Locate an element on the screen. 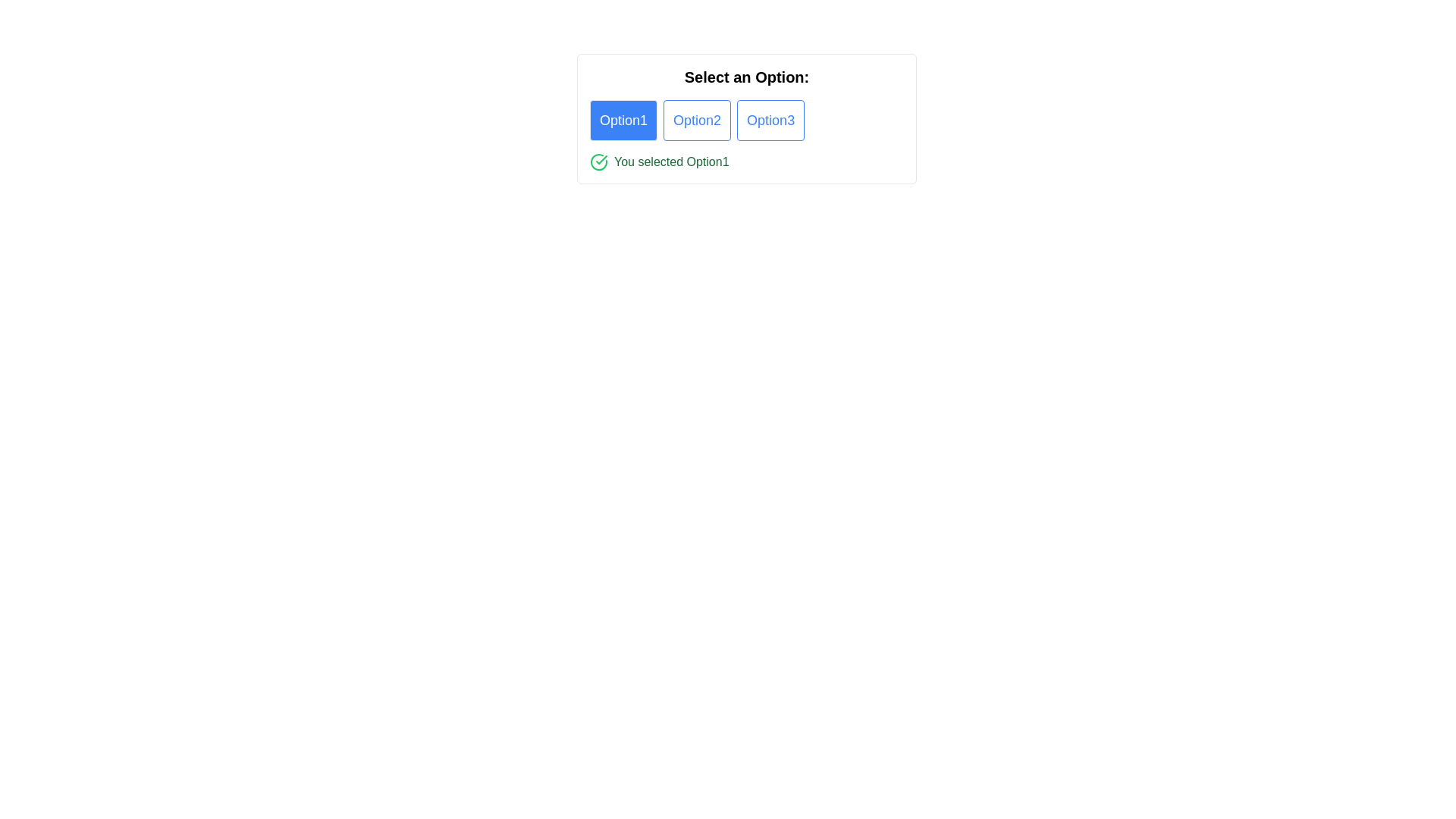 The image size is (1456, 819). the green checkmark icon located at the bottom left corner of the text 'You selected Option1', which indicates a selection or confirmation action is located at coordinates (601, 160).